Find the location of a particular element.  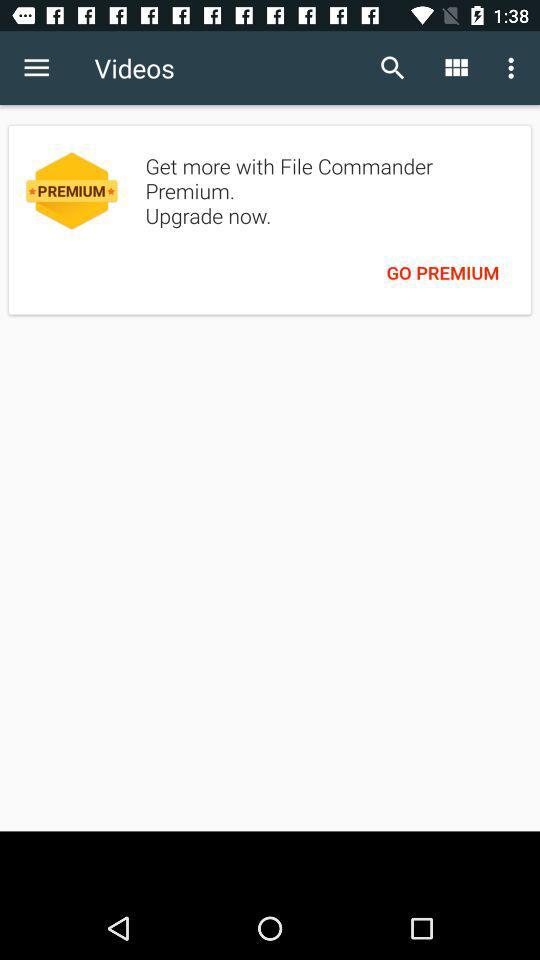

the item to the left of the videos item is located at coordinates (36, 68).